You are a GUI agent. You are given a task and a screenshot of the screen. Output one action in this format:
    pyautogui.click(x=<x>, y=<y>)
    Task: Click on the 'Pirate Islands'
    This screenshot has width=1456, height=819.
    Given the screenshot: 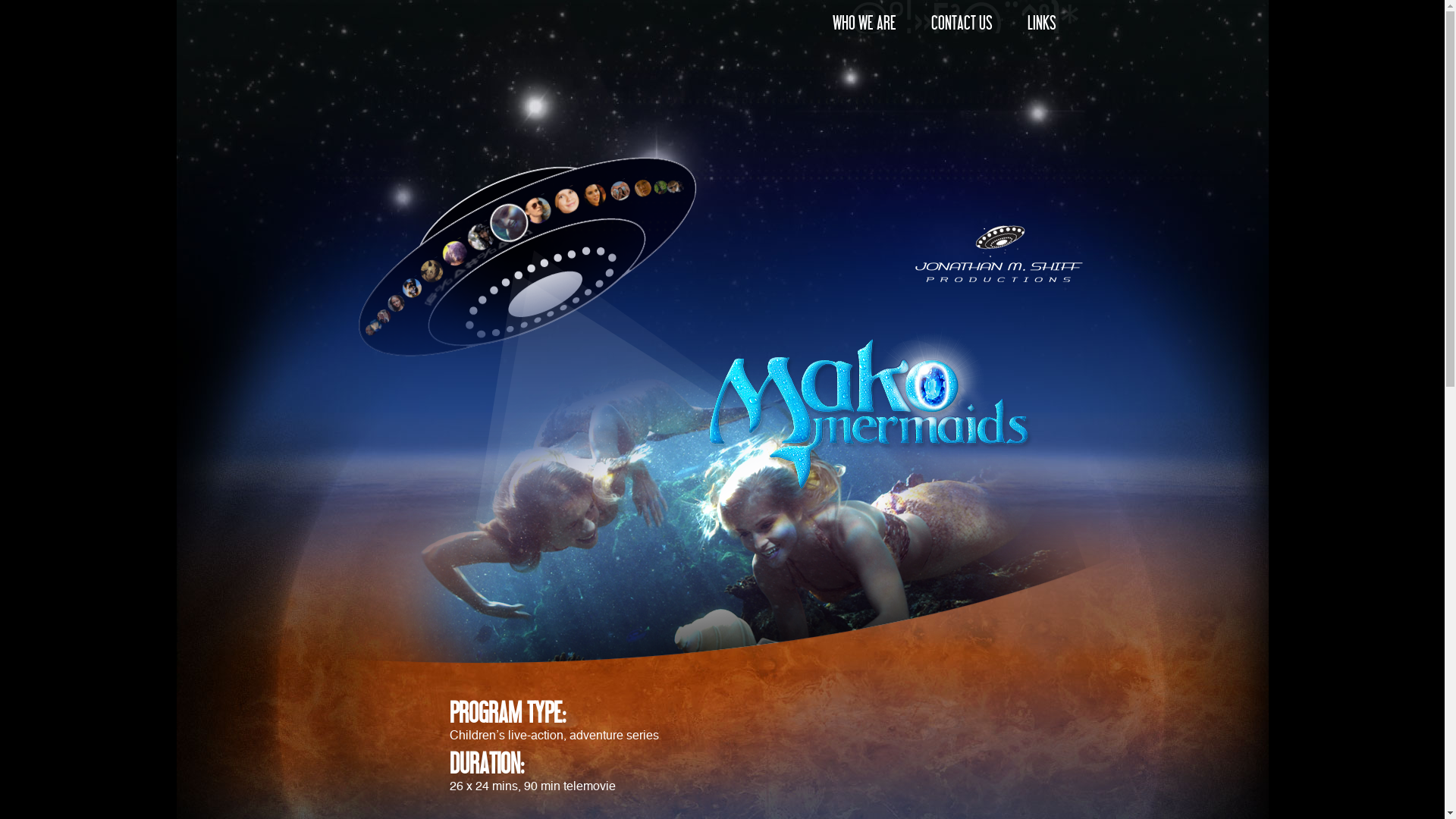 What is the action you would take?
    pyautogui.click(x=676, y=188)
    